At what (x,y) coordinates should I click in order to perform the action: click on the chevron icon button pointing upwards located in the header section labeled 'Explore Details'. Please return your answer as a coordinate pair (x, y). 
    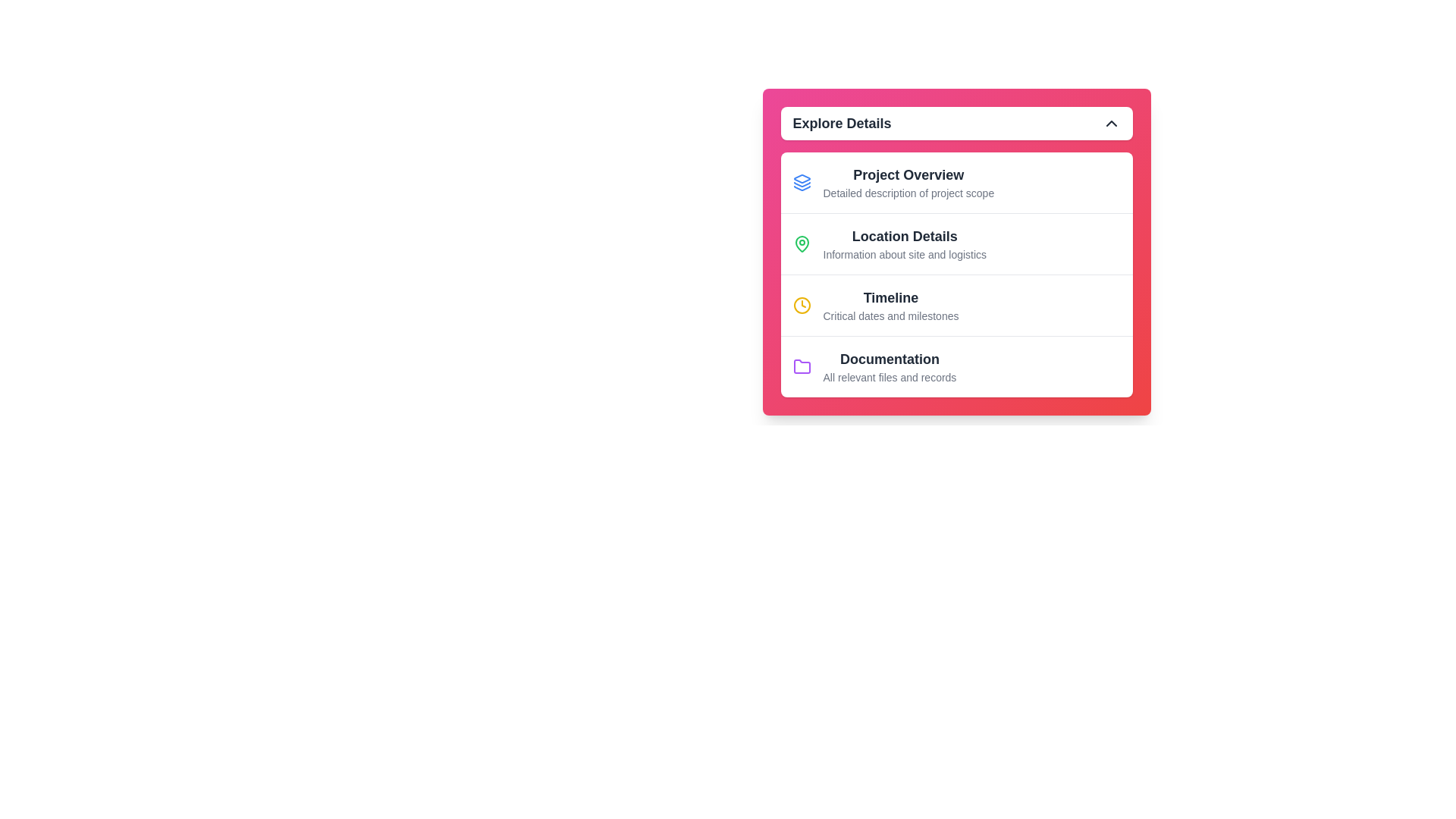
    Looking at the image, I should click on (1111, 122).